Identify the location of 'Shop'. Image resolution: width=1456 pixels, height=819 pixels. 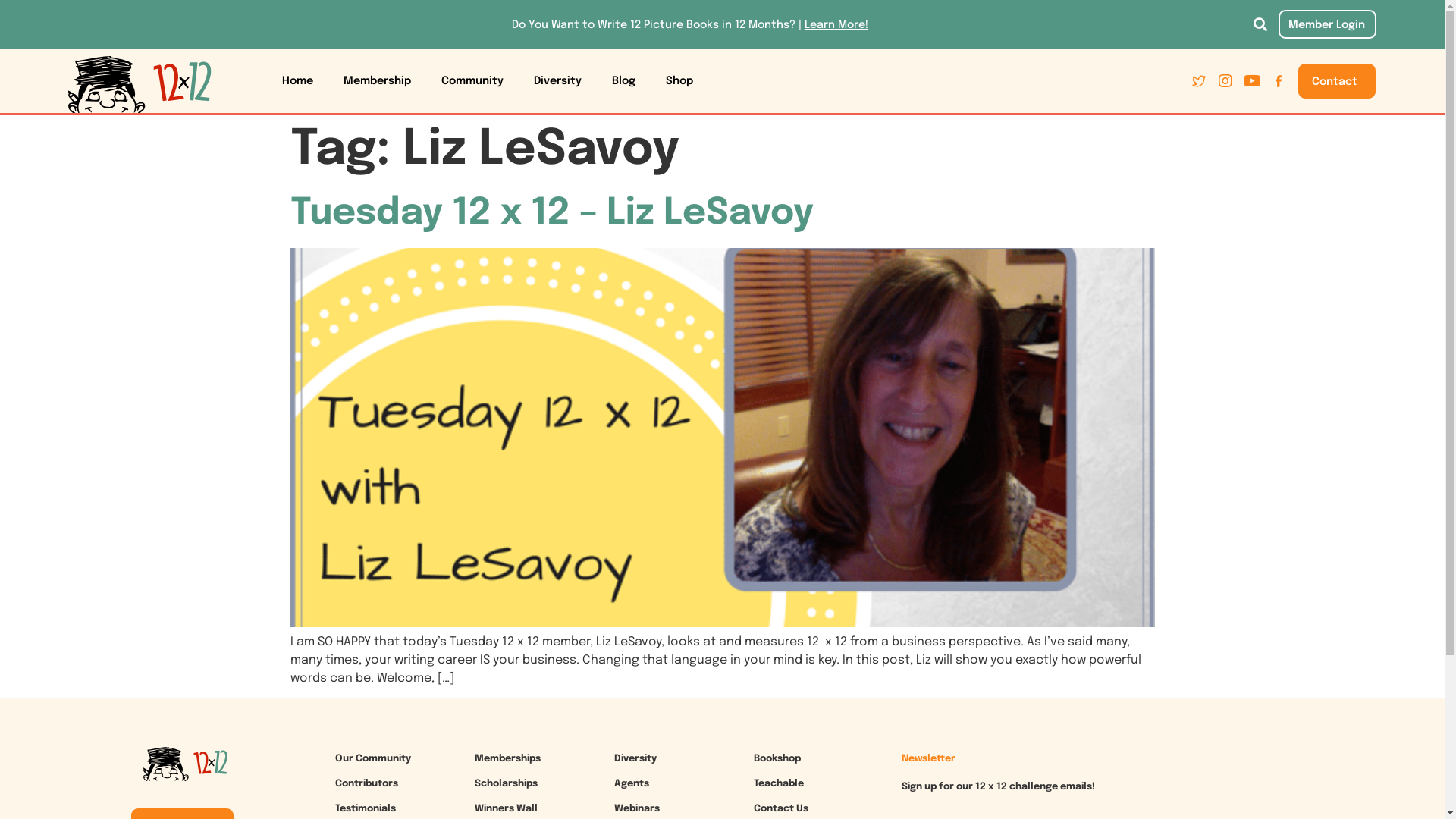
(679, 81).